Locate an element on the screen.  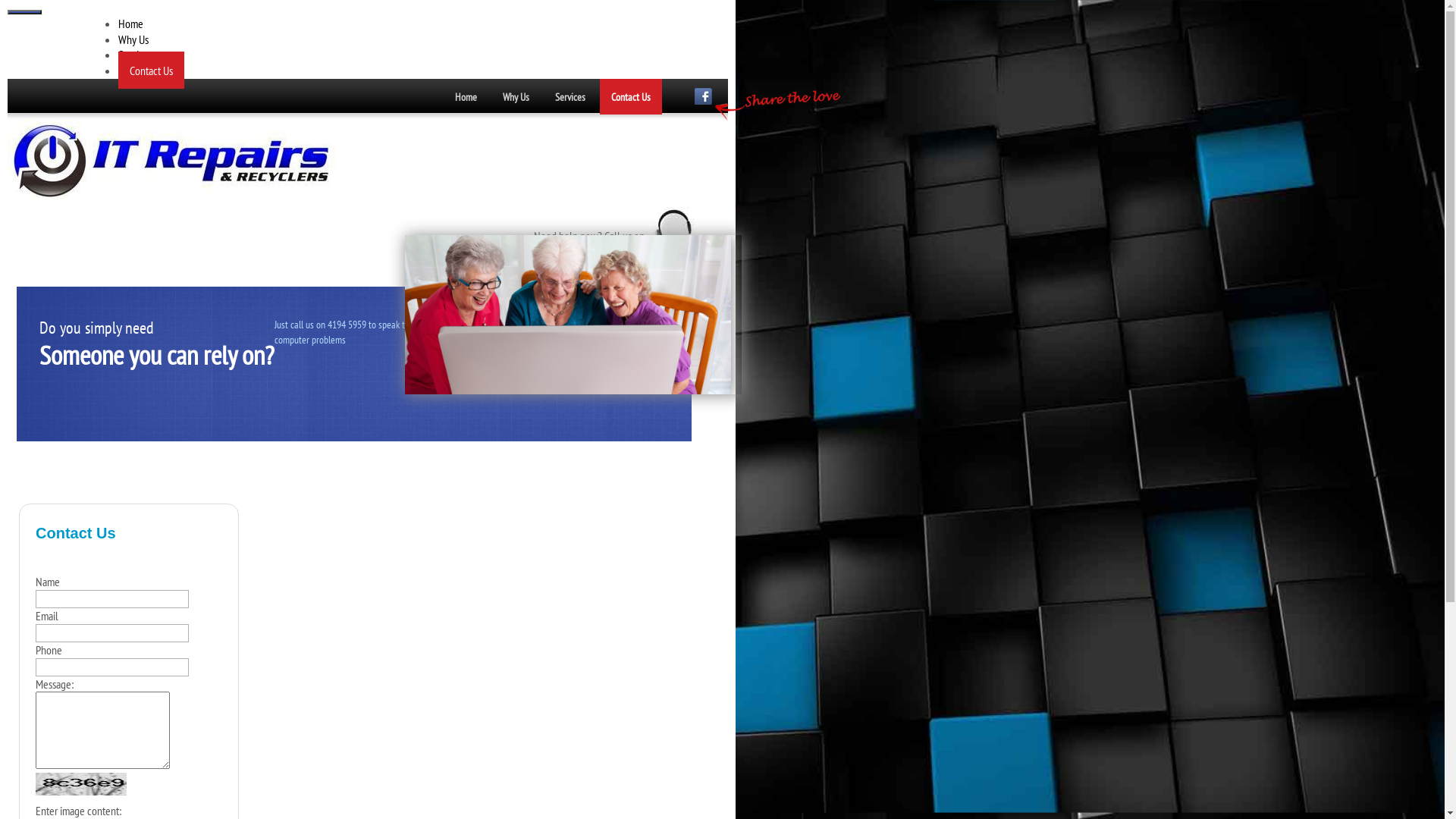
'Why Us' is located at coordinates (516, 96).